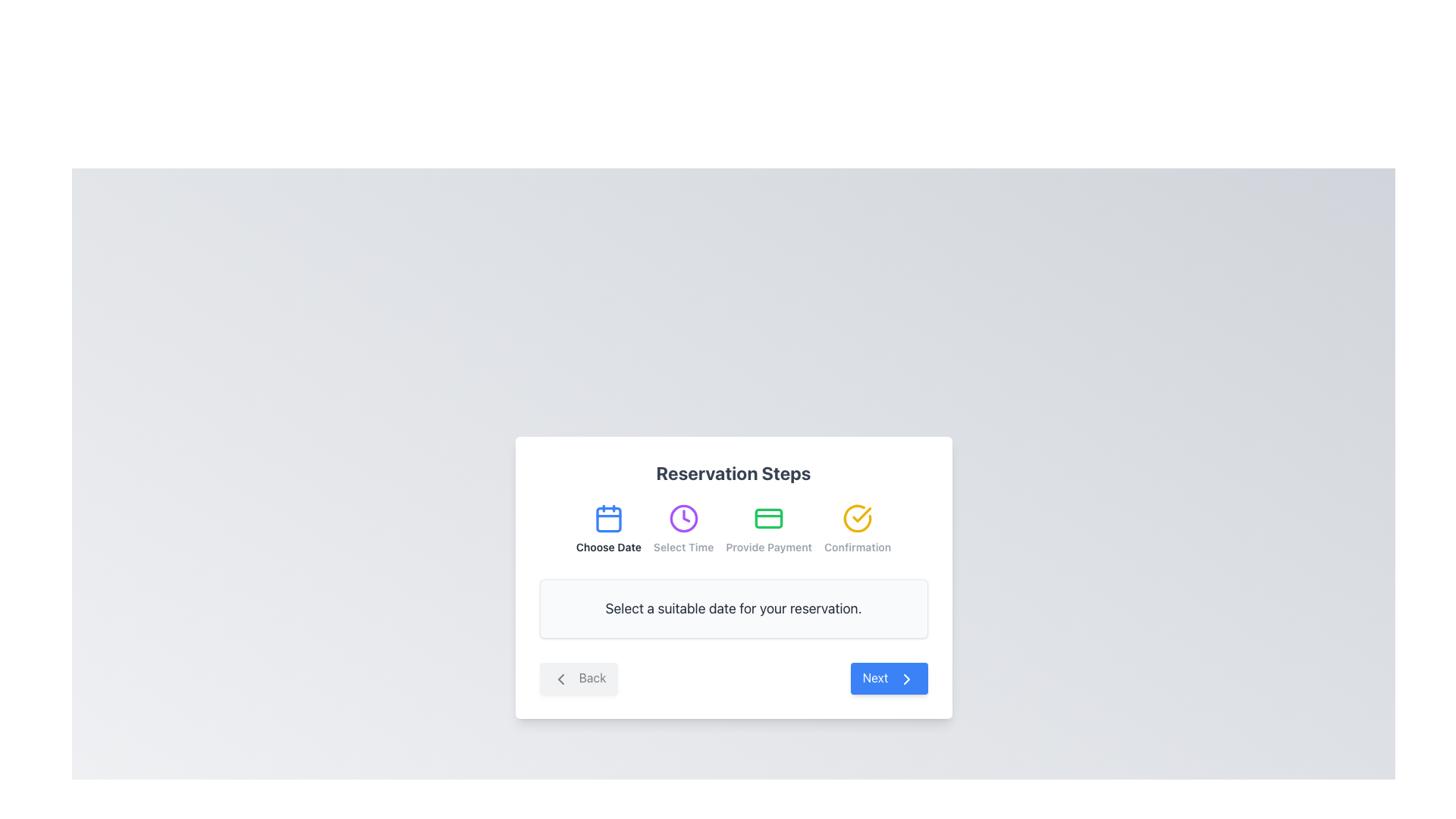  Describe the element at coordinates (608, 518) in the screenshot. I see `the blue outlined calendar icon located above the 'Choose Date' text in the reservation steps section` at that location.